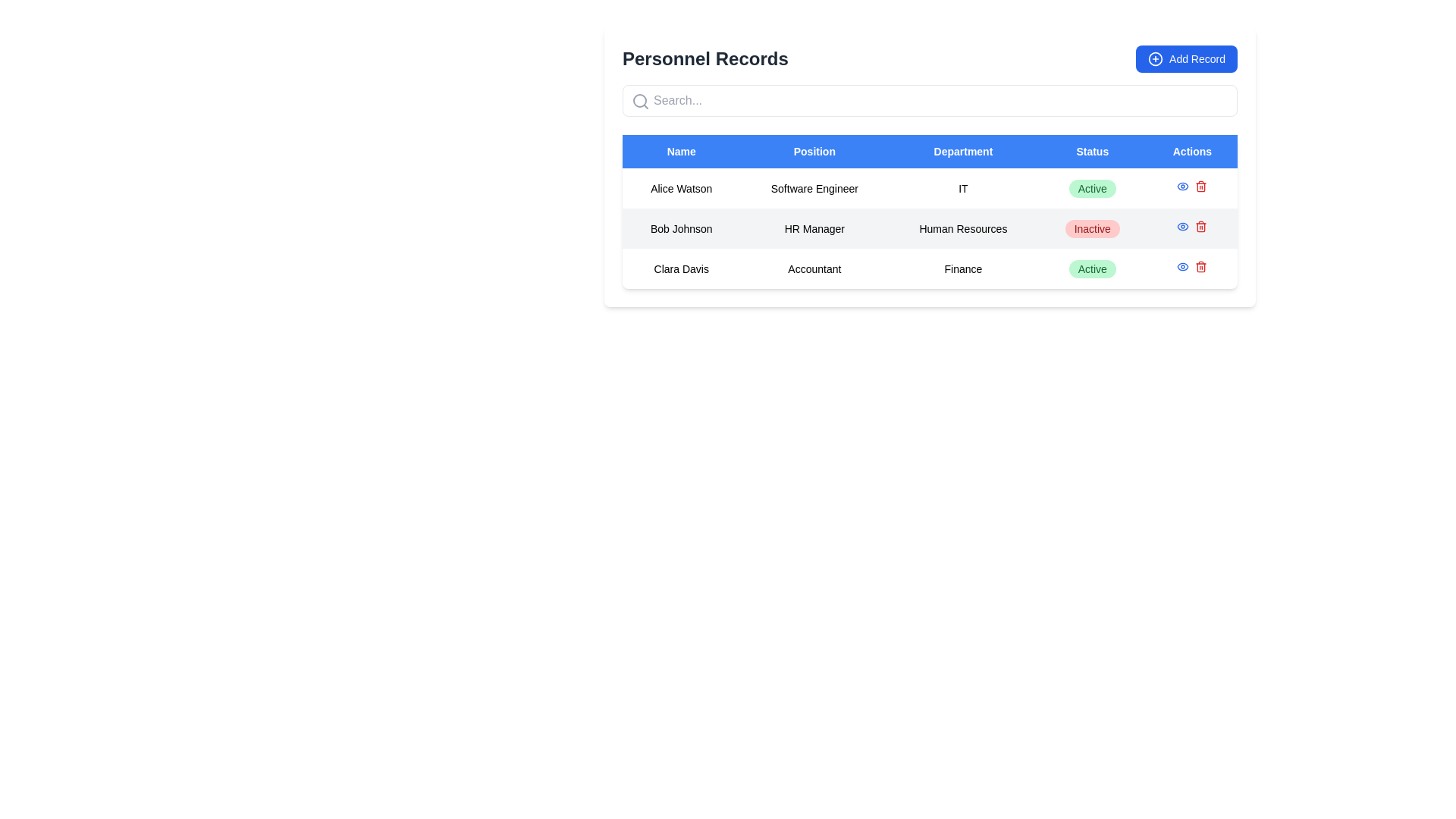 This screenshot has width=1456, height=819. Describe the element at coordinates (680, 152) in the screenshot. I see `the 'Name' Table Header, which is the first column in the top header row of the table, styled with white font on a blue background` at that location.